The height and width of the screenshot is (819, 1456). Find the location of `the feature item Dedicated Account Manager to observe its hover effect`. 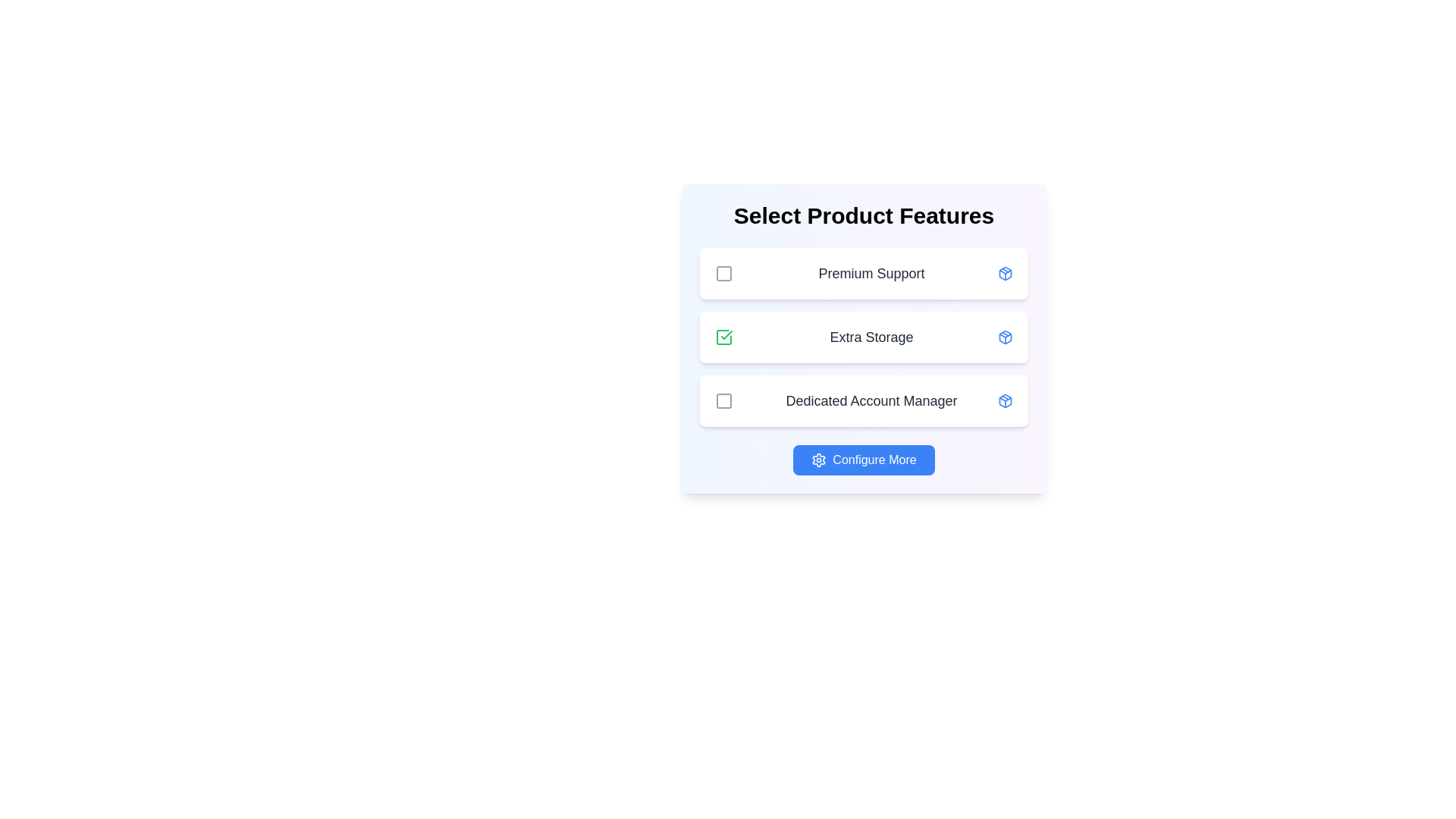

the feature item Dedicated Account Manager to observe its hover effect is located at coordinates (864, 400).